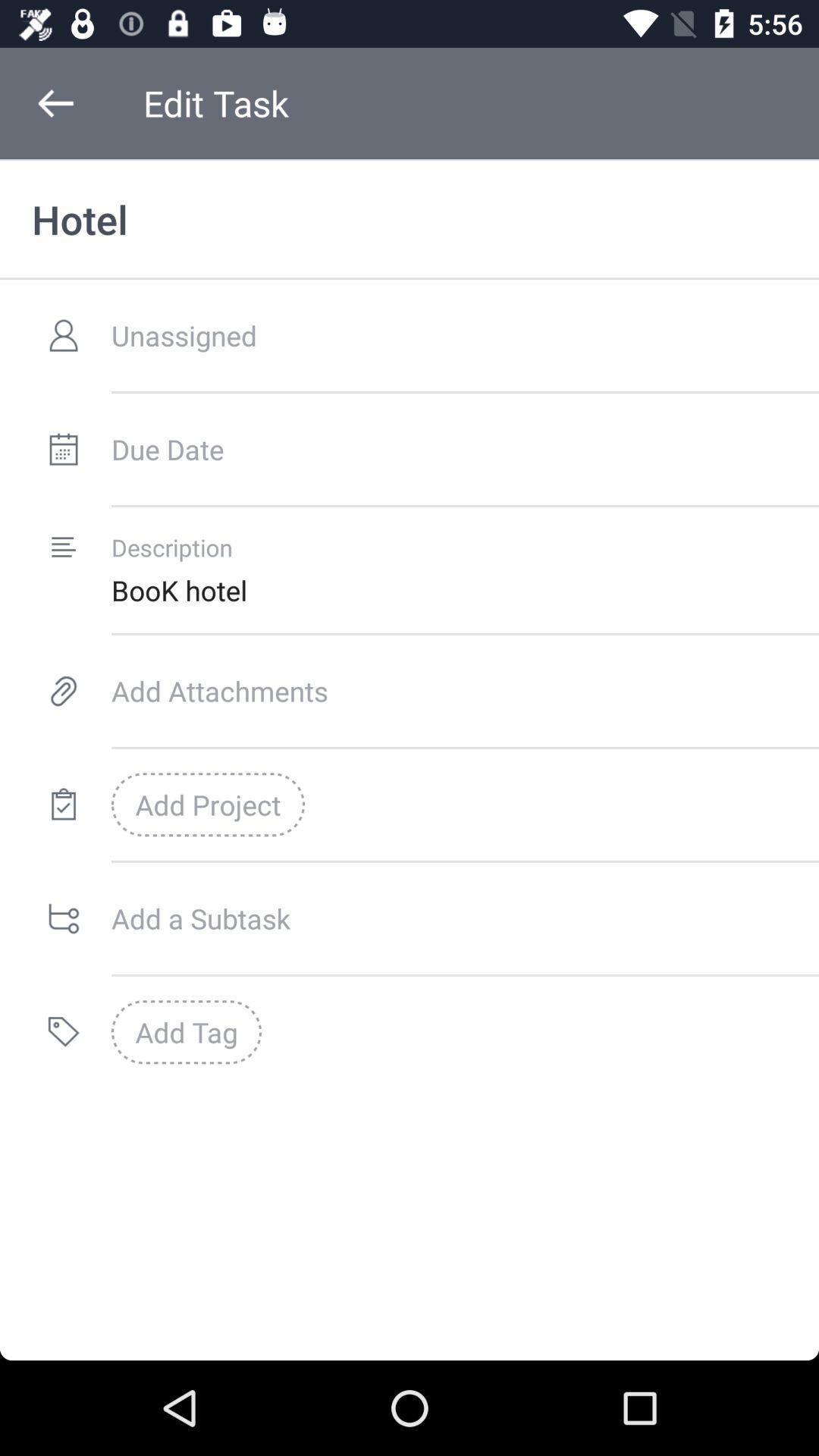 This screenshot has height=1456, width=819. Describe the element at coordinates (464, 589) in the screenshot. I see `the item below description item` at that location.